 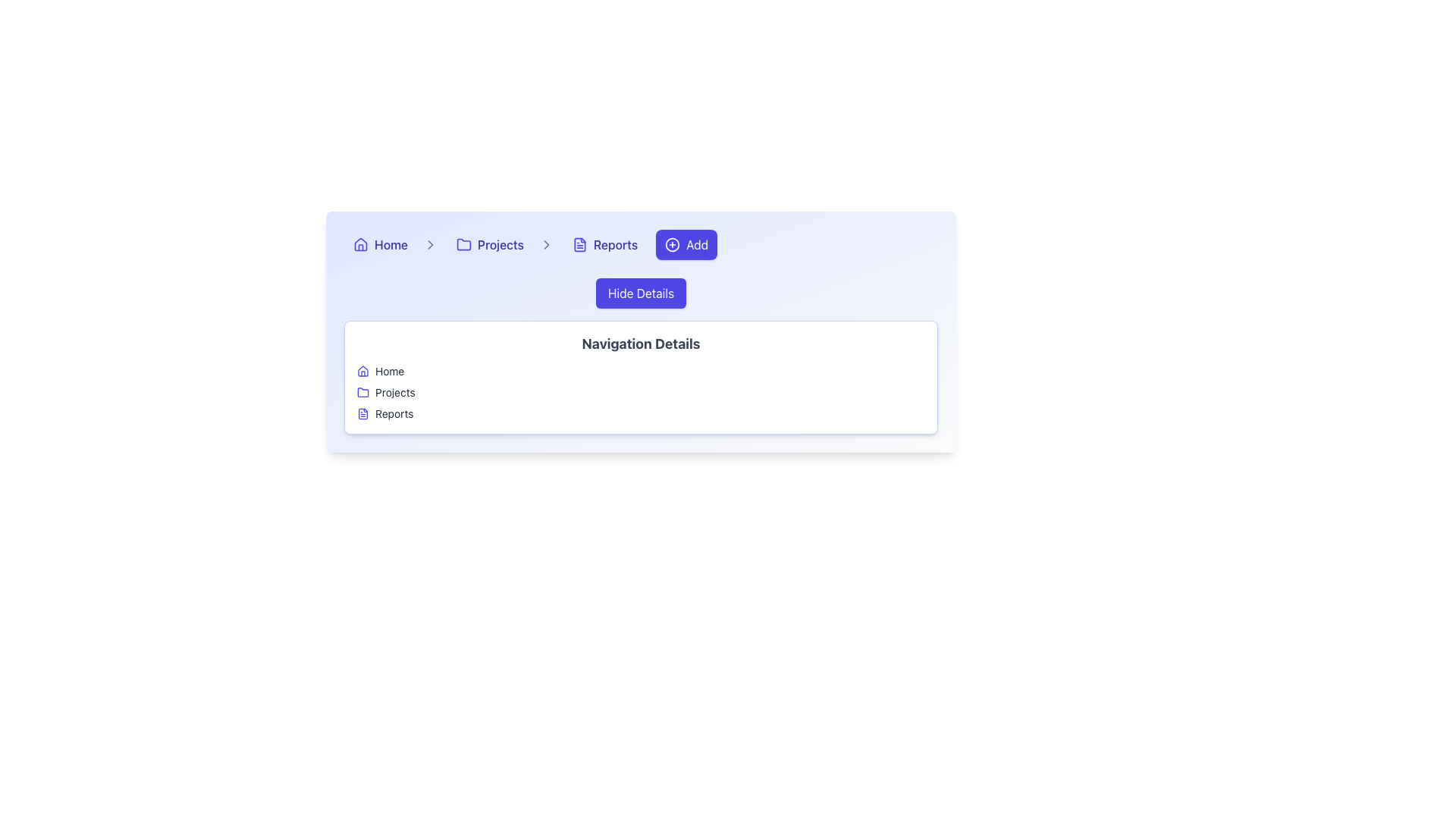 I want to click on the indigo house icon located in the top left corner of the navigation bar, adjacent to the 'Home' text label, so click(x=359, y=243).